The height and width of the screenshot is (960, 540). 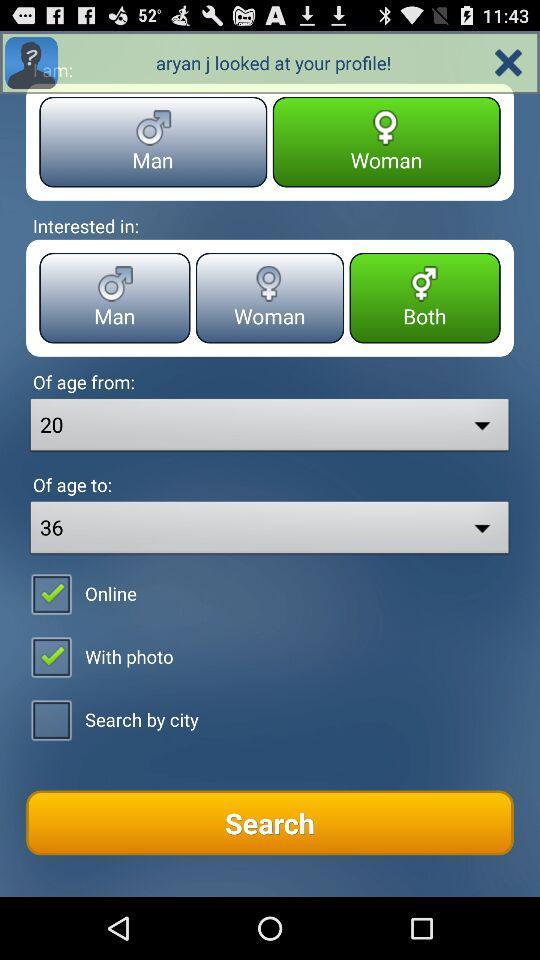 I want to click on the second check box along with text with photo, so click(x=99, y=655).